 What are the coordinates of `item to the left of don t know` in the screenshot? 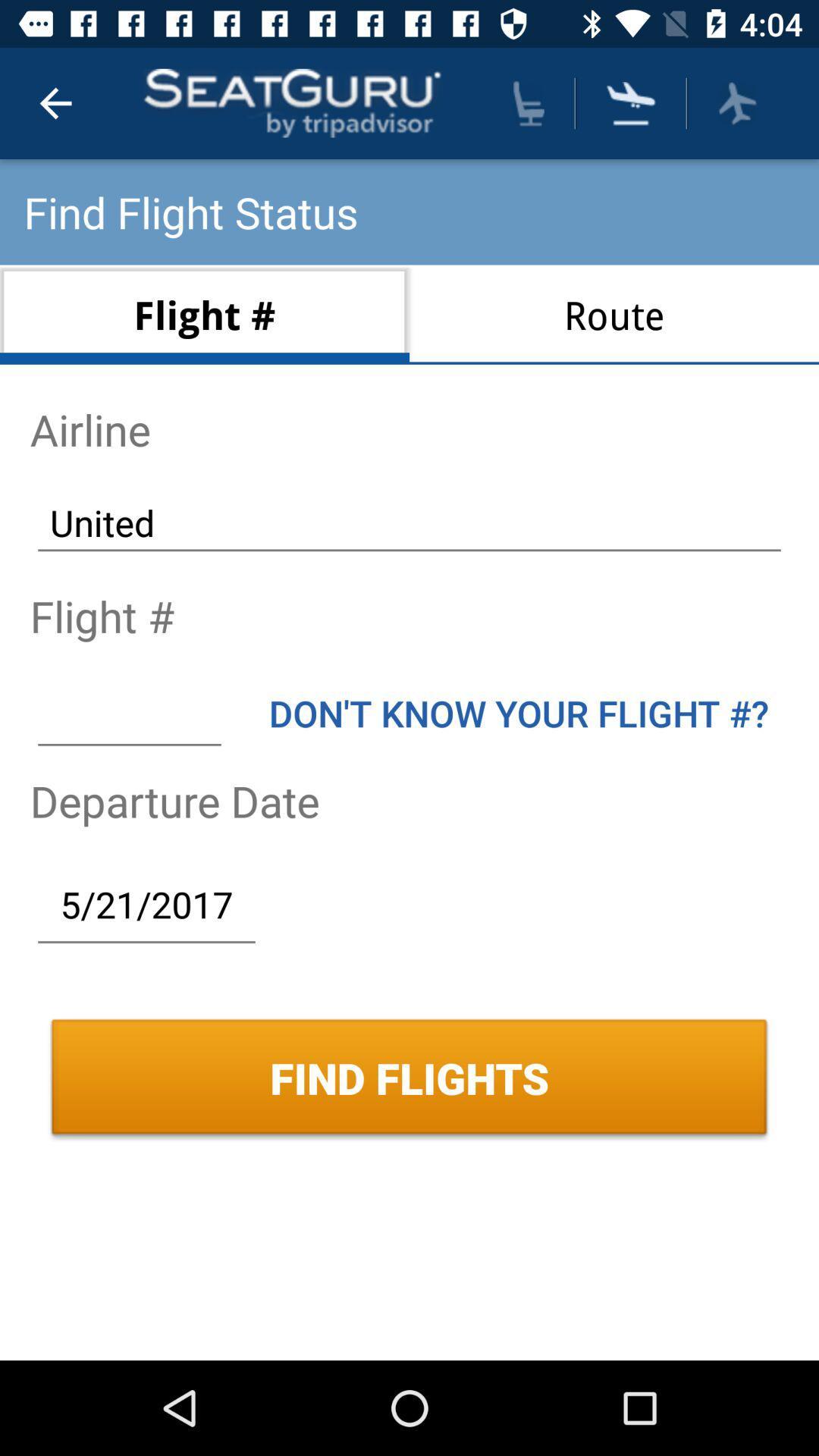 It's located at (128, 712).